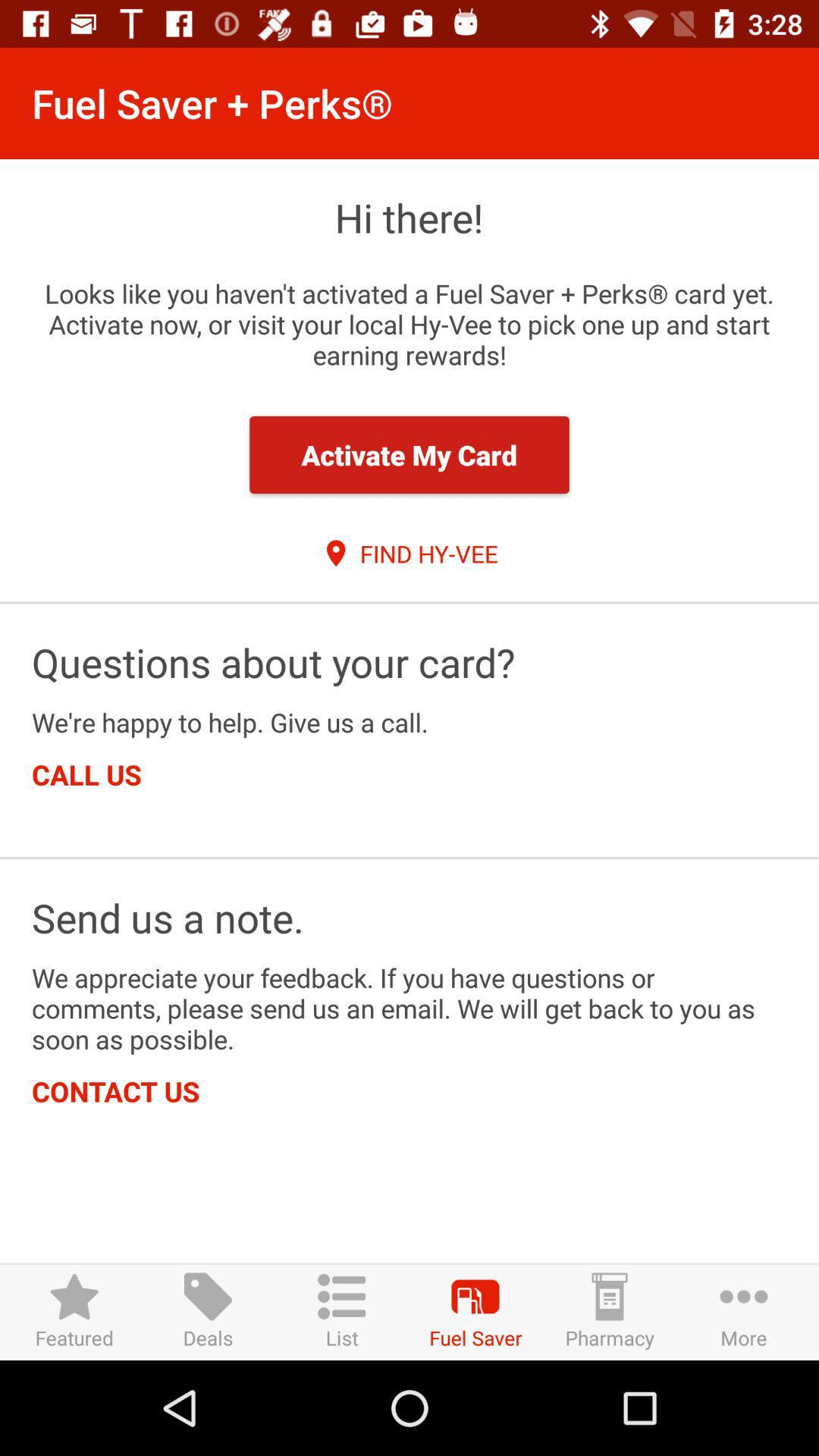 The width and height of the screenshot is (819, 1456). I want to click on item to the right of the featured icon, so click(208, 1311).